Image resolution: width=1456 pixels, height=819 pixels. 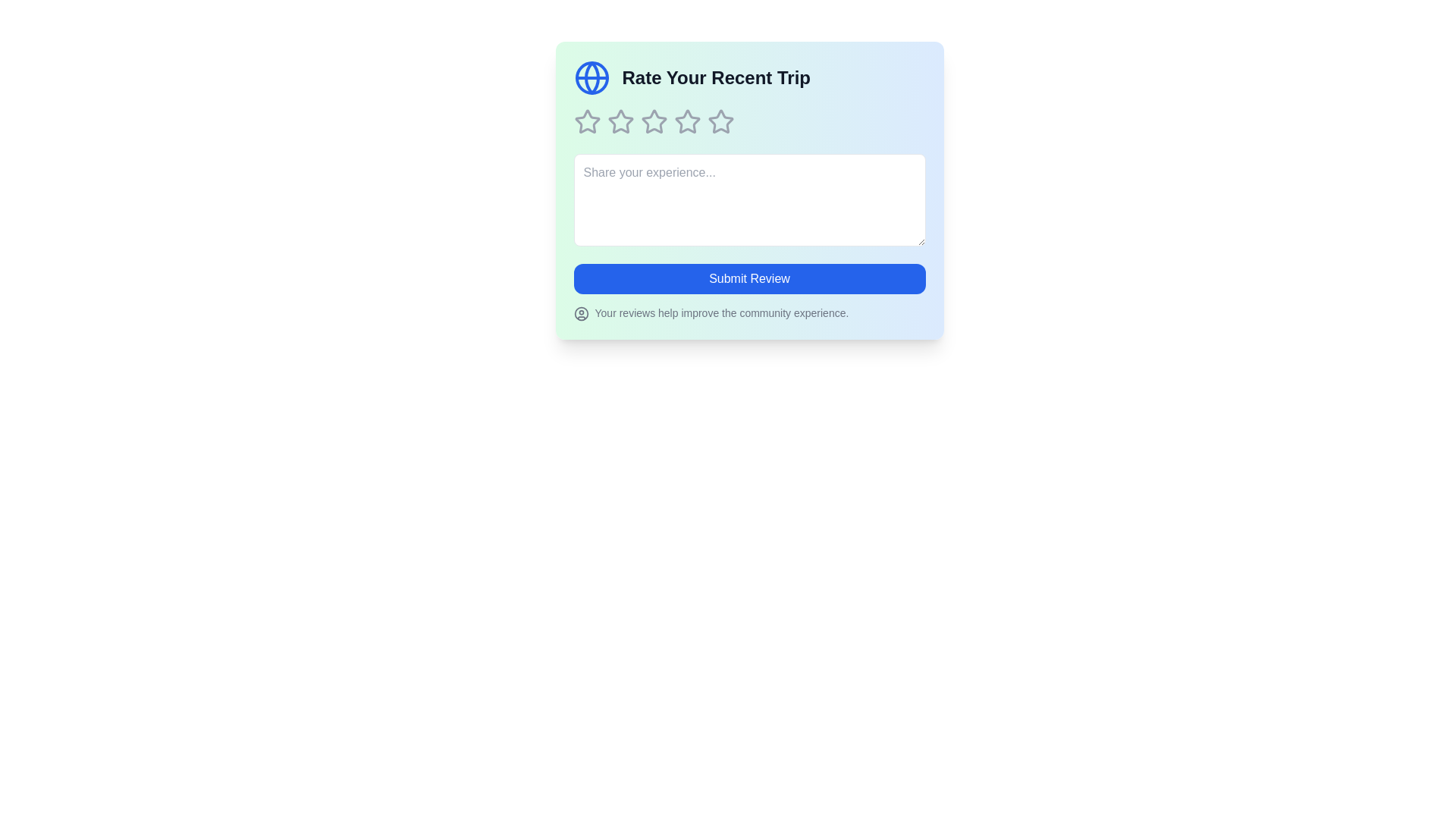 What do you see at coordinates (749, 278) in the screenshot?
I see `'Submit Review' button to submit the review` at bounding box center [749, 278].